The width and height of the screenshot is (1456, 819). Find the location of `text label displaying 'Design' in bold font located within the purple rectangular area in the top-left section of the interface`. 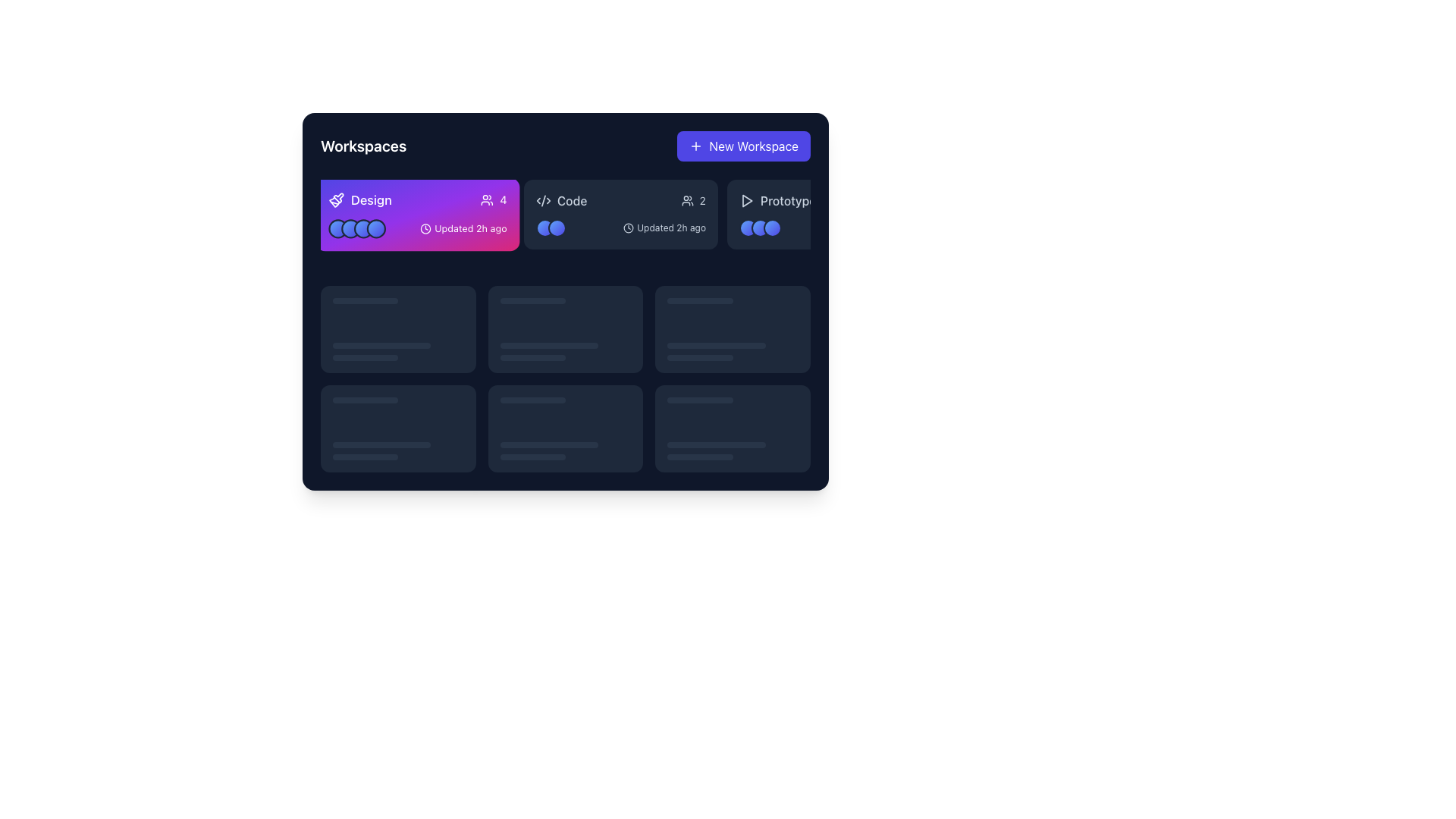

text label displaying 'Design' in bold font located within the purple rectangular area in the top-left section of the interface is located at coordinates (371, 199).